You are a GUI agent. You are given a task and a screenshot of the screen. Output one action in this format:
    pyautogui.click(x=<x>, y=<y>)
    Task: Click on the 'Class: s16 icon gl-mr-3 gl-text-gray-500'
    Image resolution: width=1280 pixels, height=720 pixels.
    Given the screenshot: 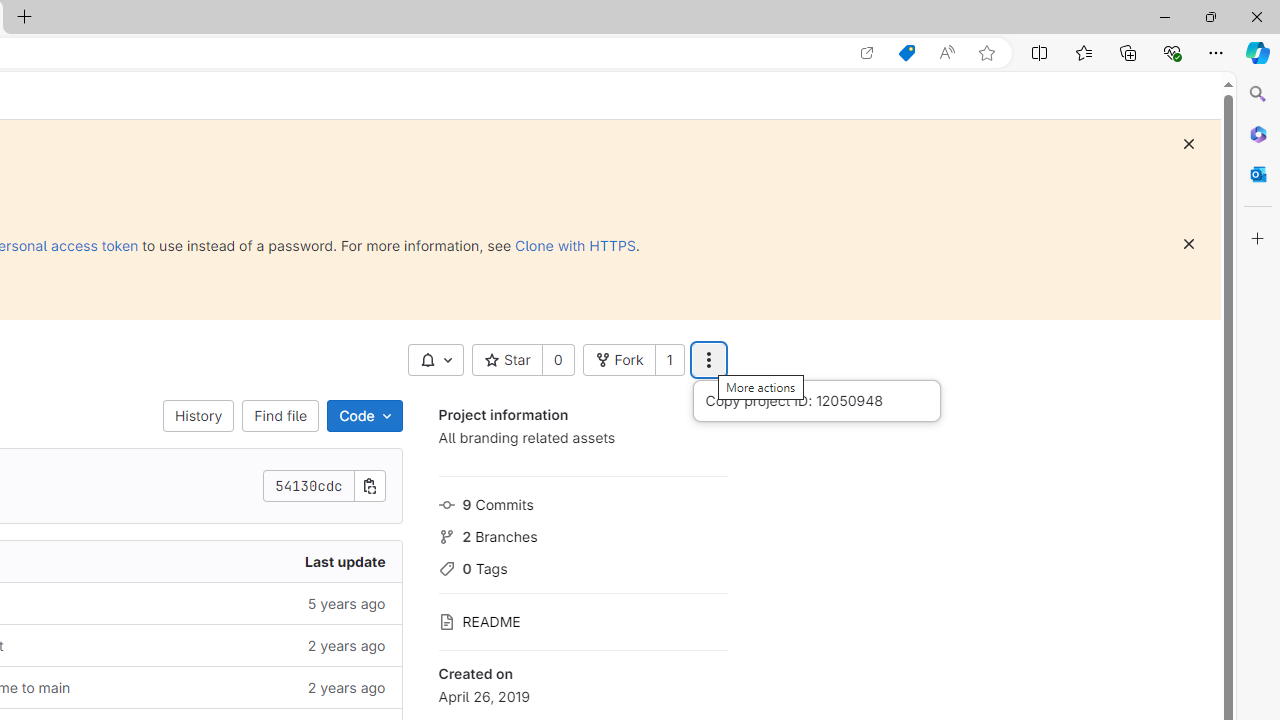 What is the action you would take?
    pyautogui.click(x=445, y=621)
    